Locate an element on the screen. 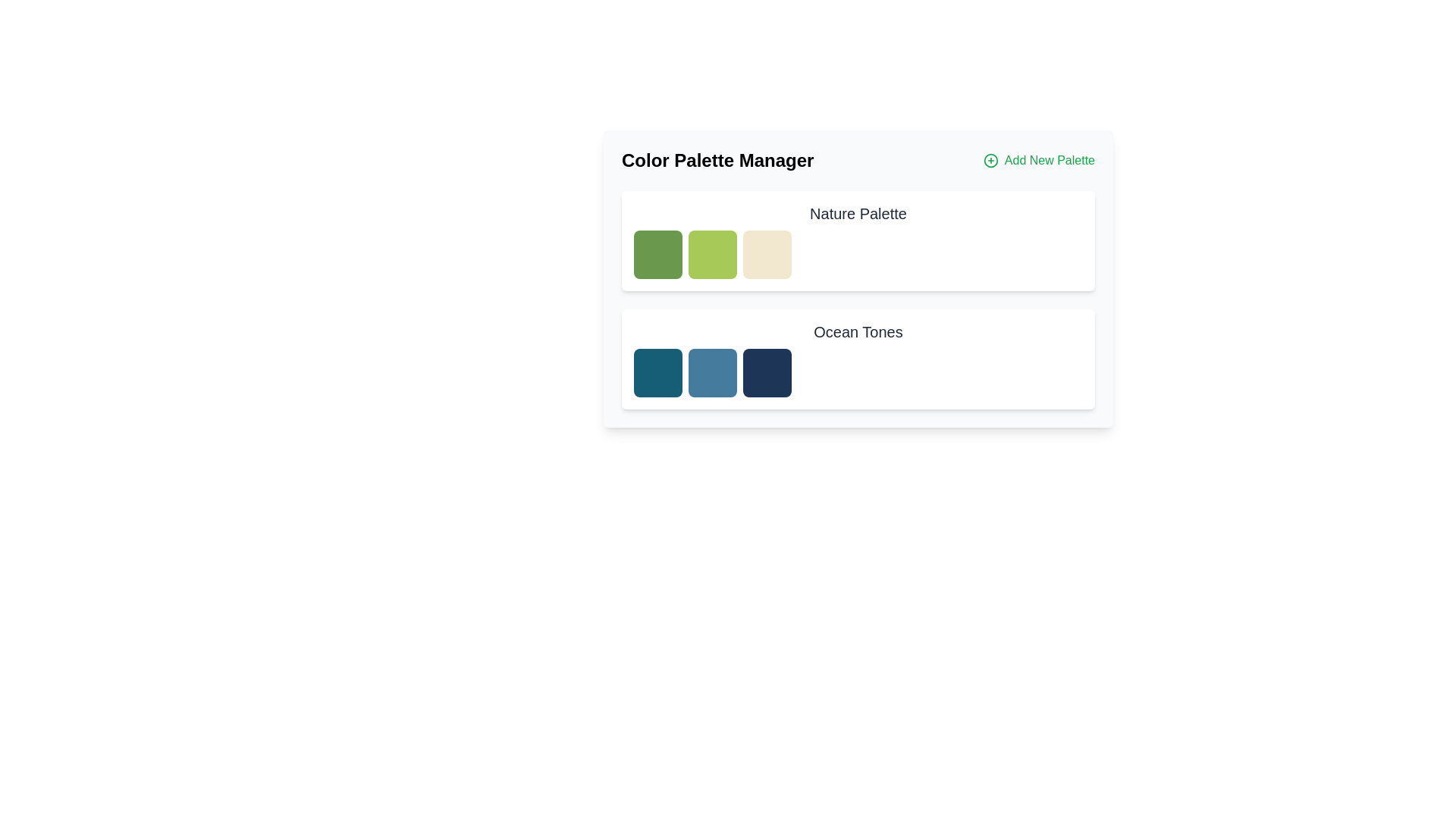 Image resolution: width=1456 pixels, height=819 pixels. the SVG circle located in the top-right corner of the interface, which is part of an add functionality icon adjacent to the 'Add New Palette' text is located at coordinates (990, 161).